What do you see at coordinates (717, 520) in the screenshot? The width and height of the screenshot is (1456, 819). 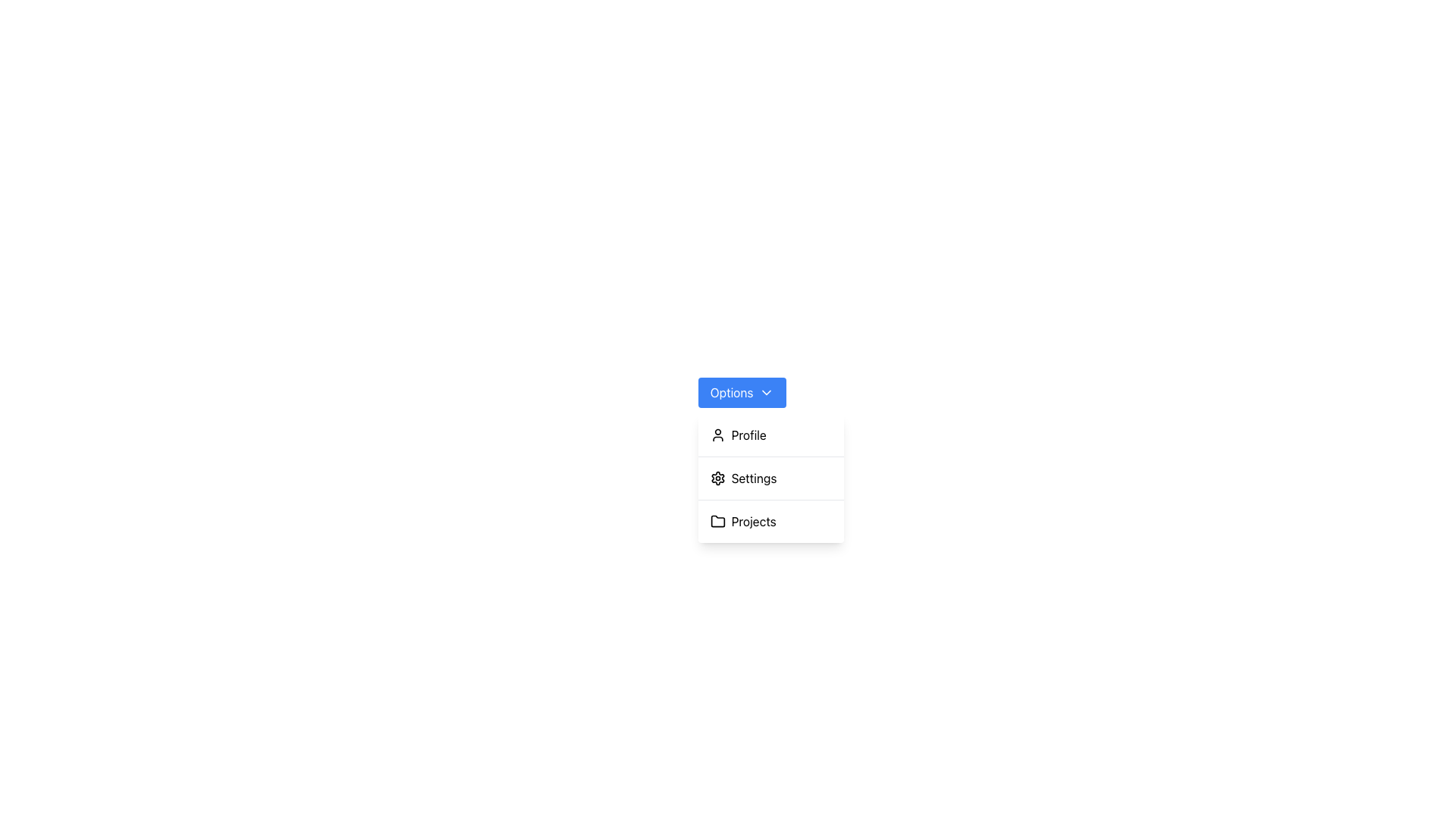 I see `the folder icon in the dropdown menu labeled 'Projects', which is visually represented with sharp lines and curves, and is positioned to the left of the text` at bounding box center [717, 520].